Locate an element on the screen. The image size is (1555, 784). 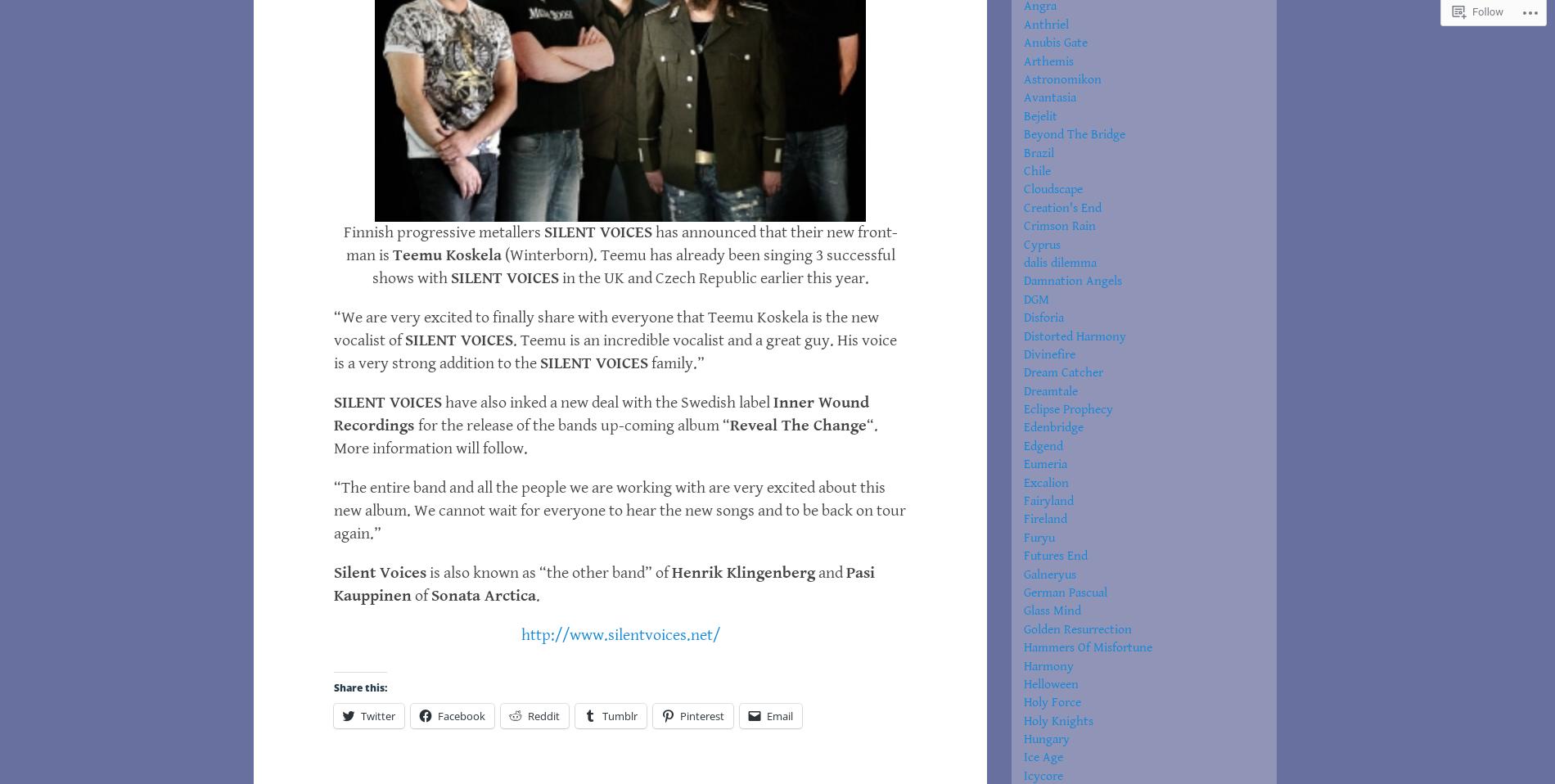
'Hammers Of Misfortune' is located at coordinates (1087, 647).